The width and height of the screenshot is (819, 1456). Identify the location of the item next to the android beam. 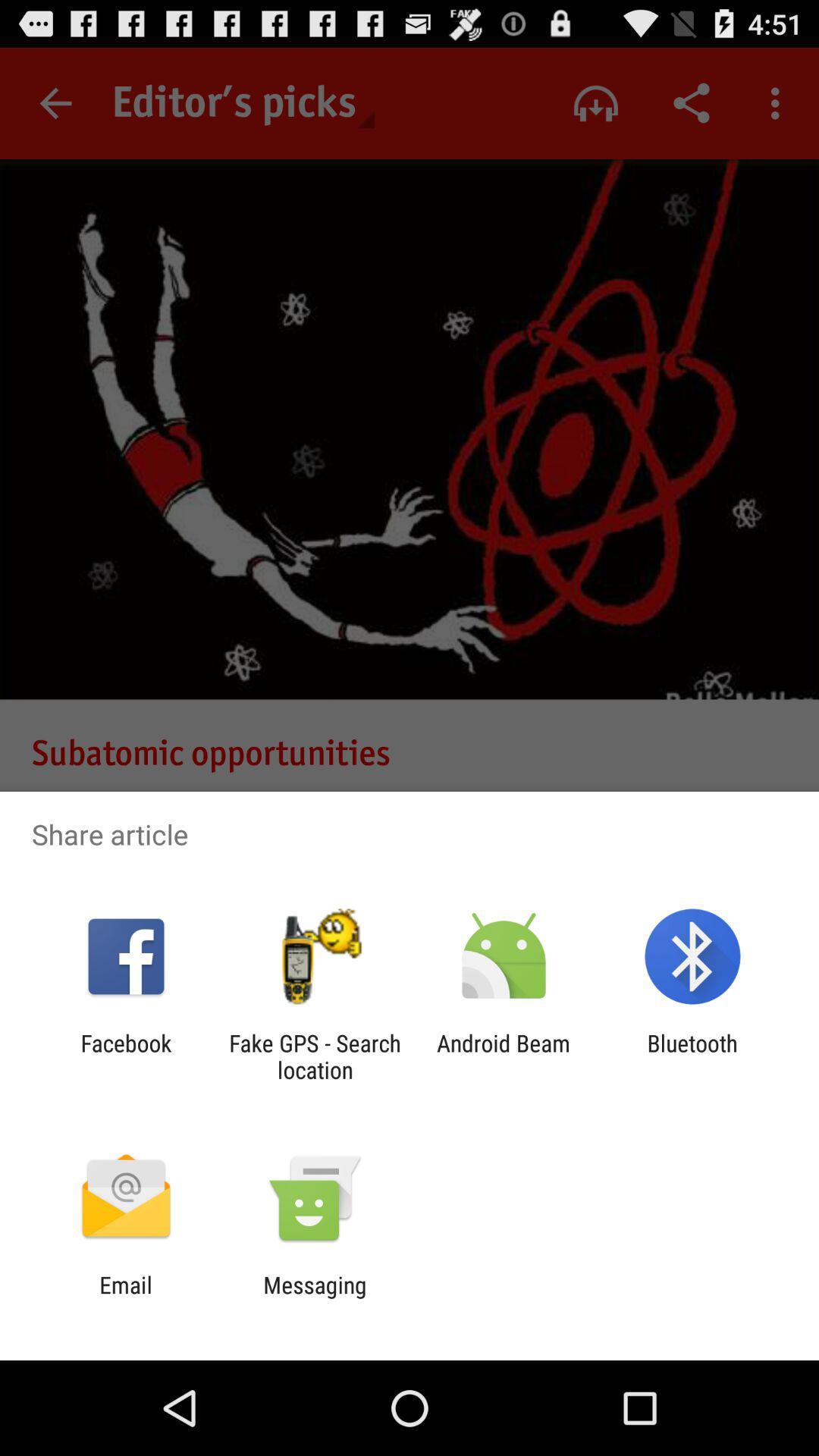
(314, 1056).